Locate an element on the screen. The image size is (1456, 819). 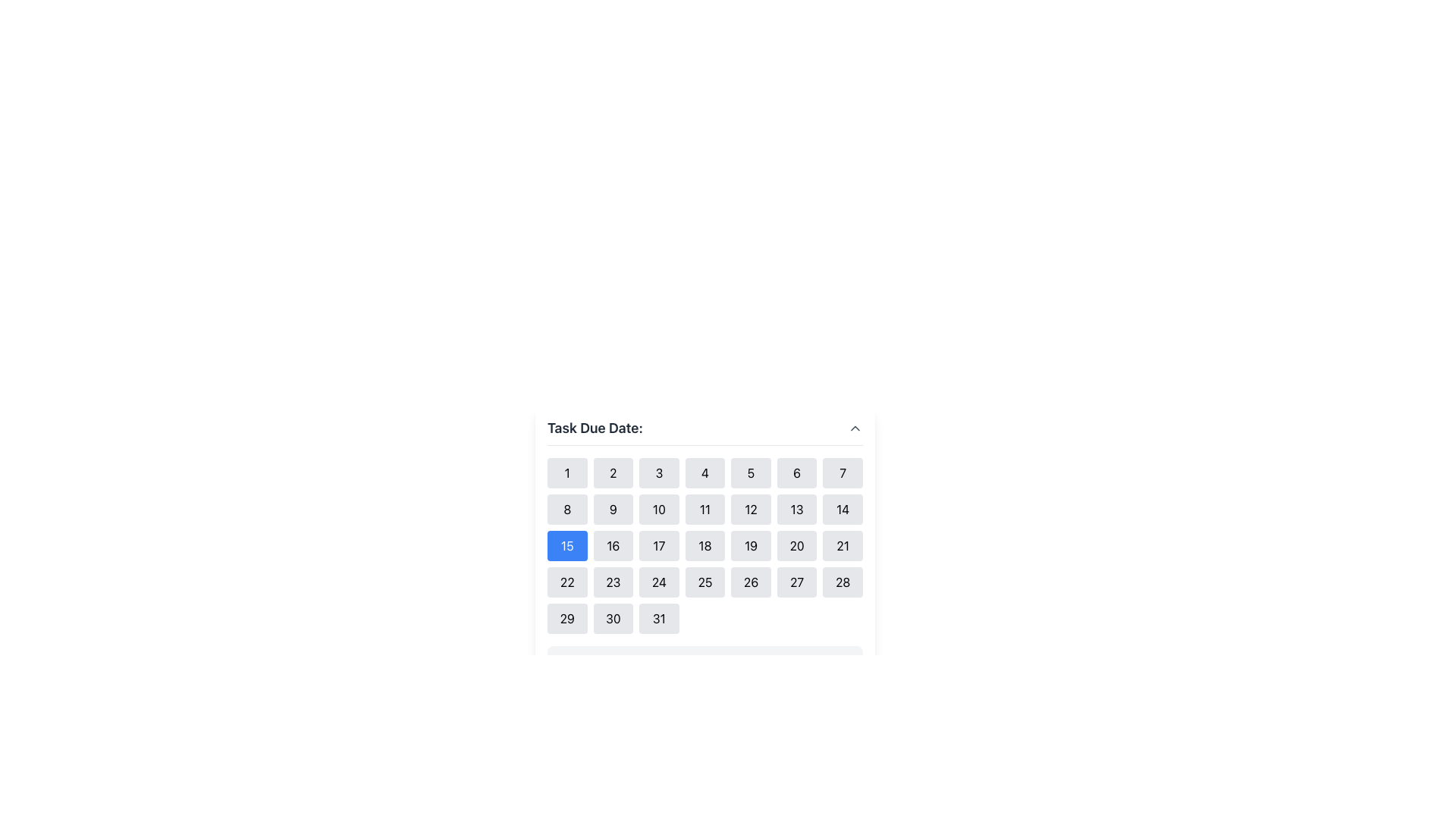
the button representing the date in the date picker grid located in the fourth row and first column under 'Task Due Date' is located at coordinates (566, 581).